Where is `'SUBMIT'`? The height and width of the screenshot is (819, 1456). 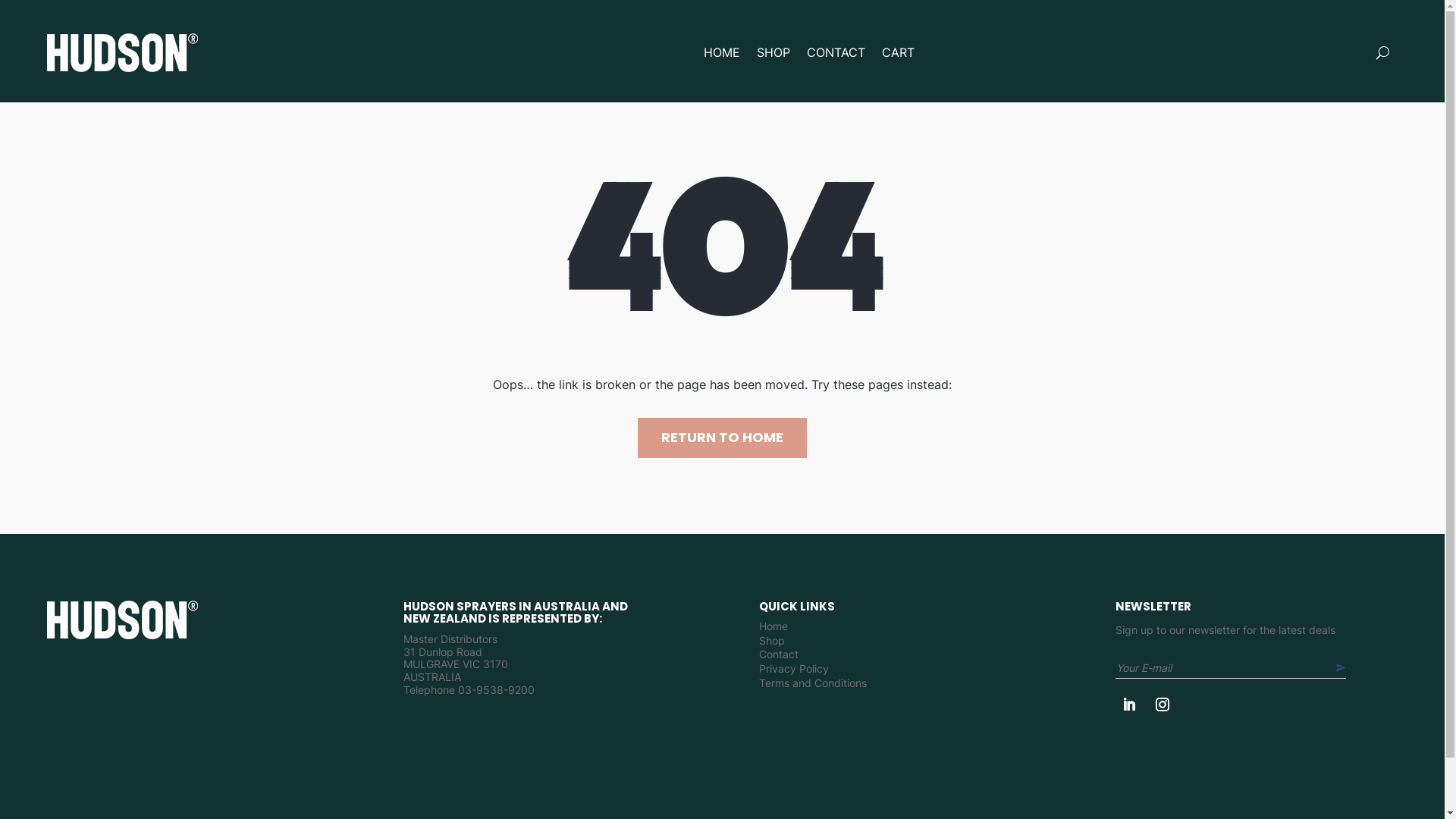
'SUBMIT' is located at coordinates (1350, 667).